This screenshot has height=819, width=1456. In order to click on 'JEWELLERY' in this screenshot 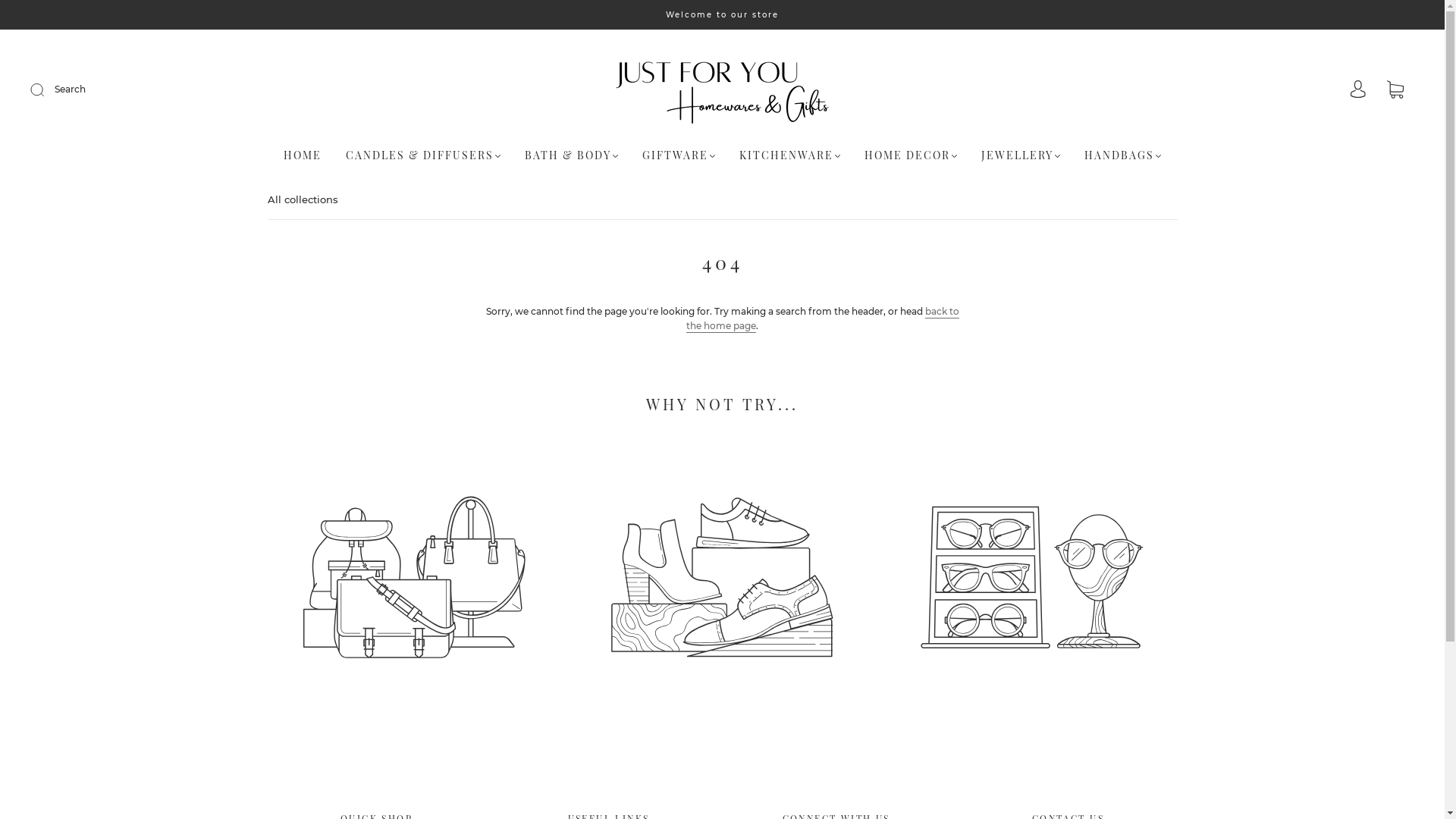, I will do `click(981, 155)`.